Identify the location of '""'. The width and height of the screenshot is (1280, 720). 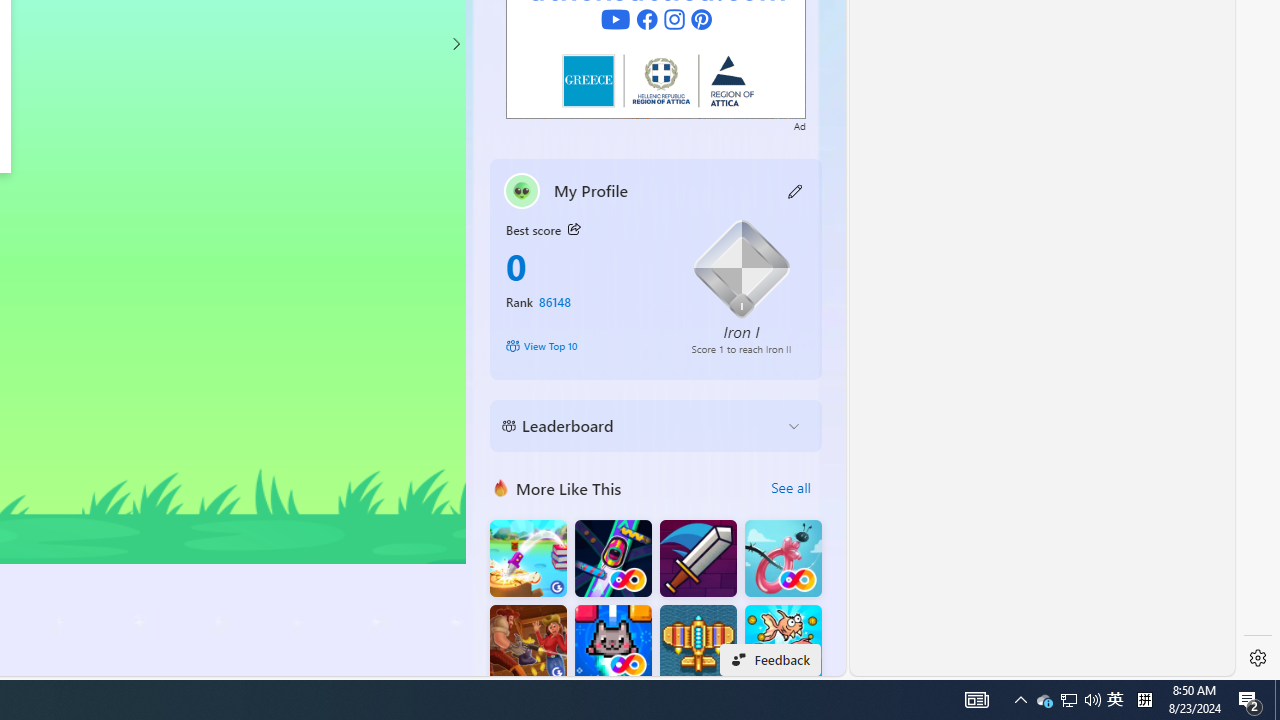
(522, 190).